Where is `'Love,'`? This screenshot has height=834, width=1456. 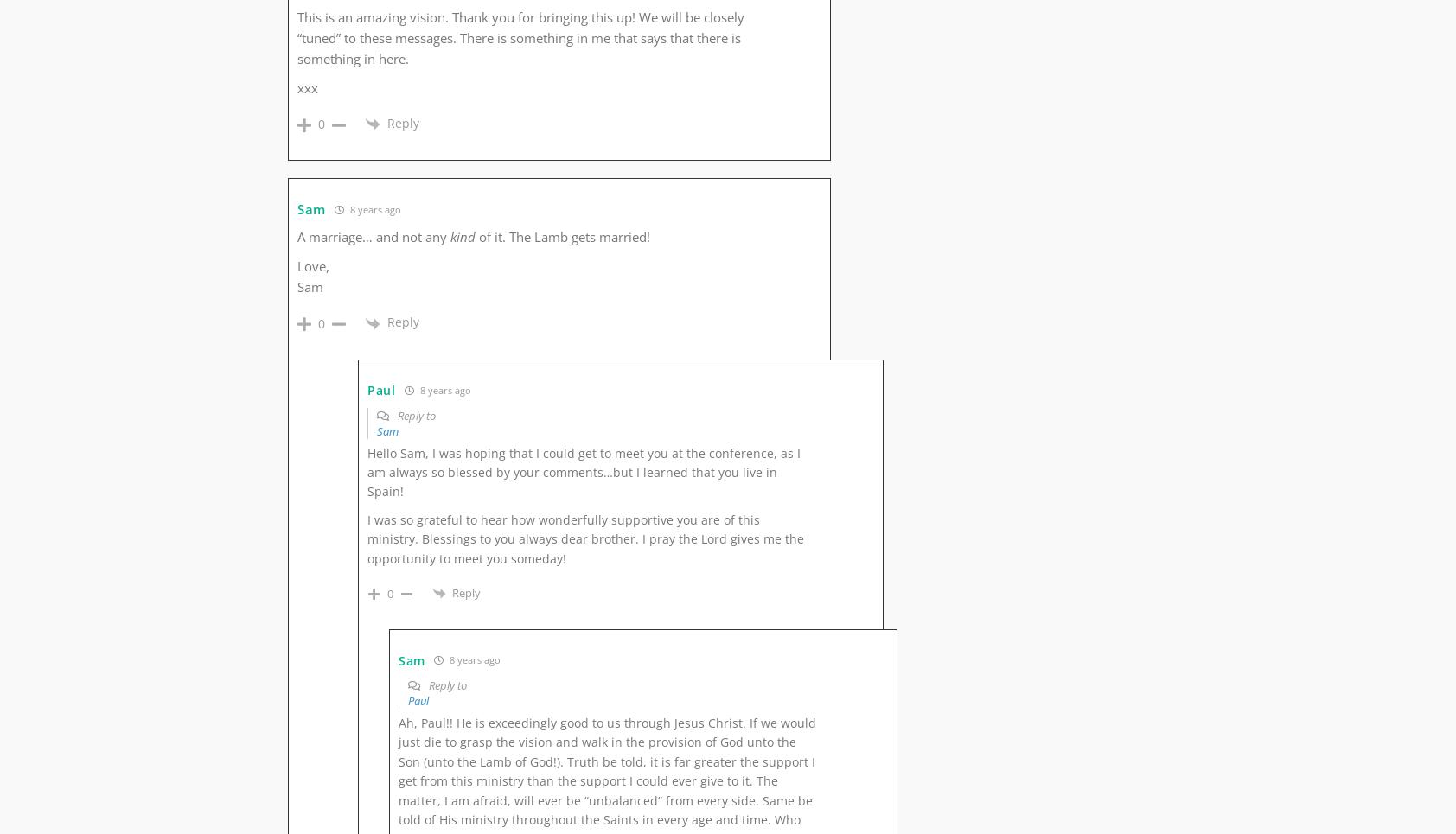 'Love,' is located at coordinates (313, 265).